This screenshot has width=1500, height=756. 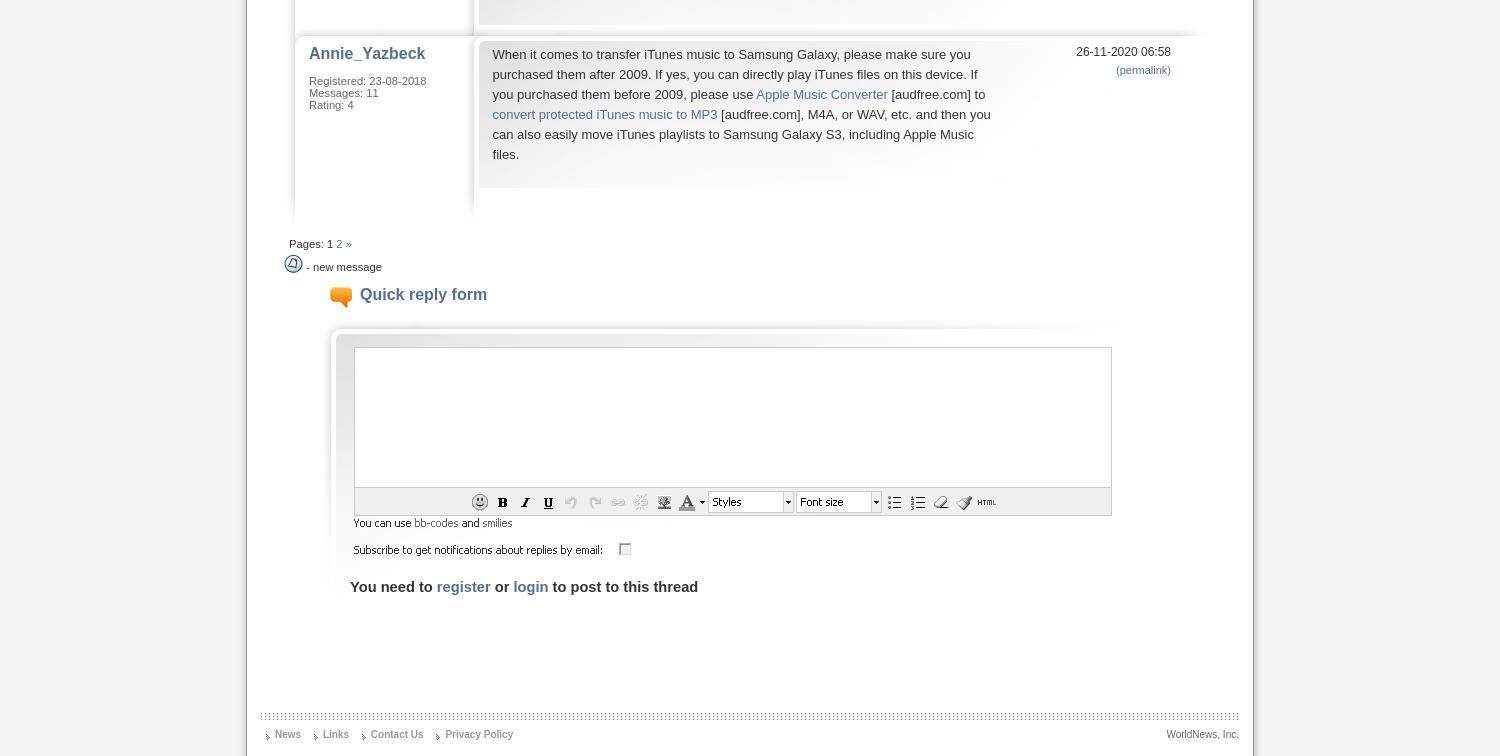 What do you see at coordinates (733, 74) in the screenshot?
I see `'When it comes to transfer iTunes music to Samsung Galaxy, please make sure you purchased them after 2009. If yes, you can directly play iTunes files on this device. If you purchased them before 2009, please use'` at bounding box center [733, 74].